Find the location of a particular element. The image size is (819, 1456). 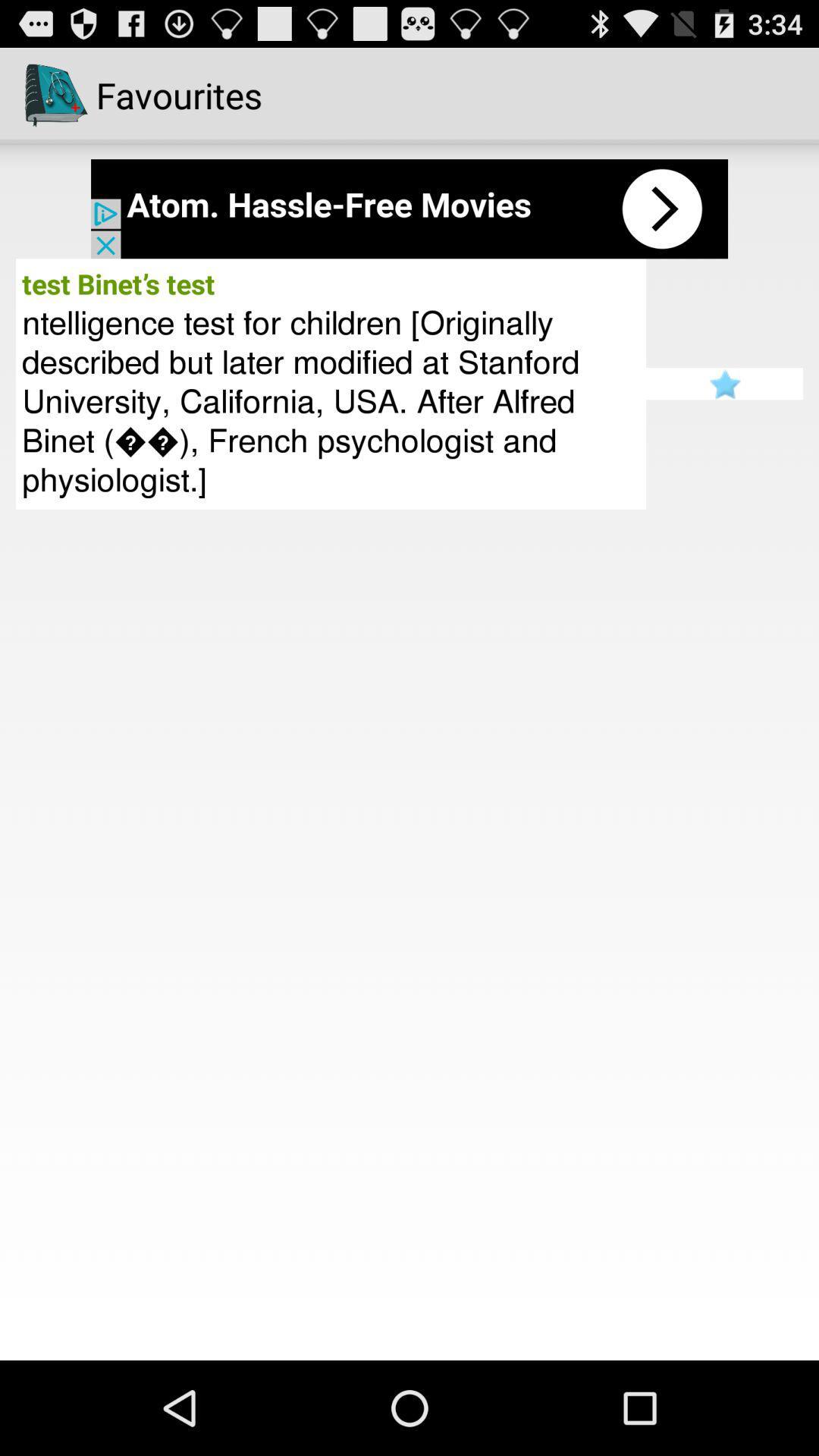

paid advertisement is located at coordinates (409, 208).